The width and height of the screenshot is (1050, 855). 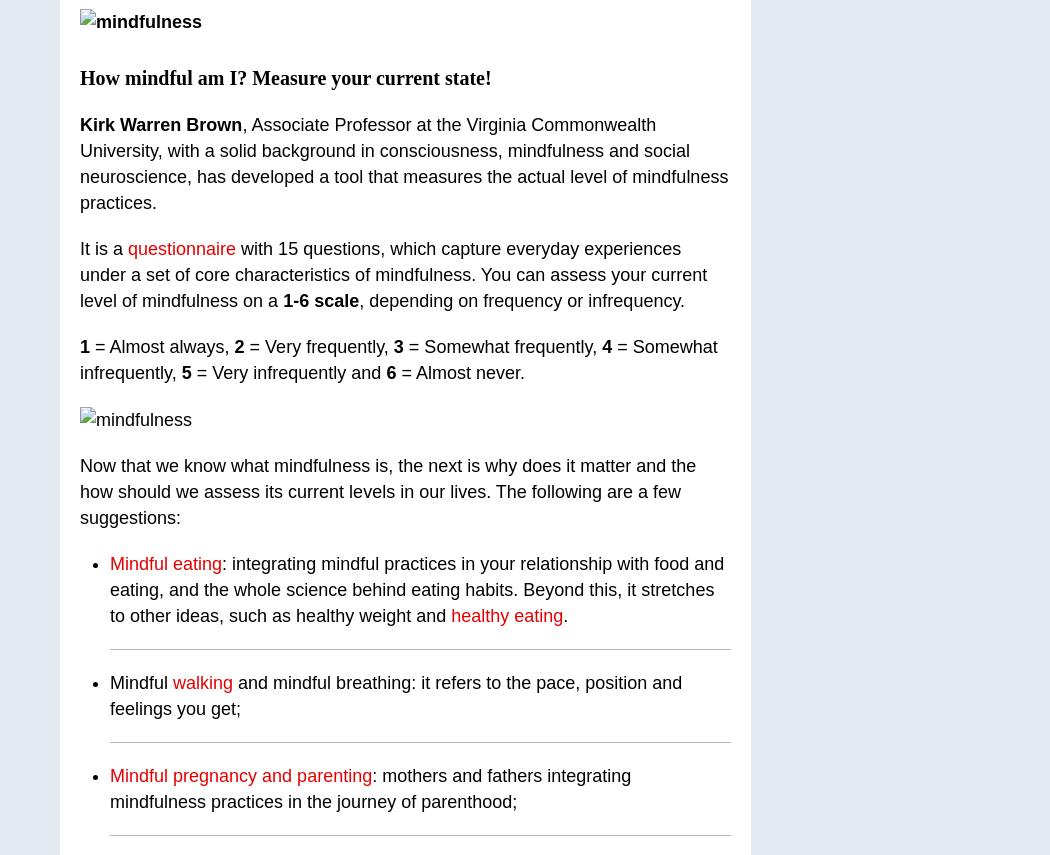 What do you see at coordinates (506, 615) in the screenshot?
I see `'healthy eating'` at bounding box center [506, 615].